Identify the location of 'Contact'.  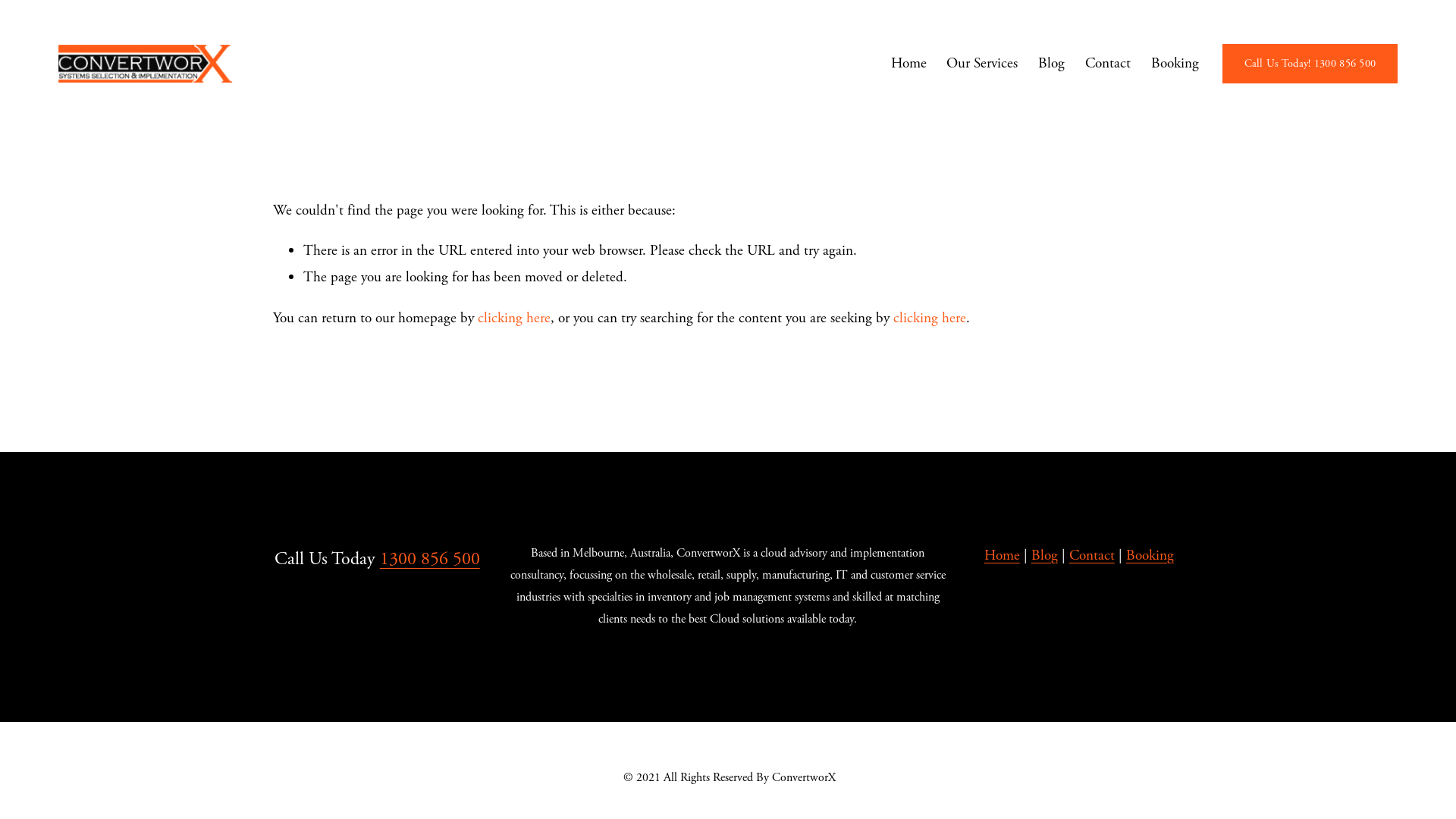
(1092, 556).